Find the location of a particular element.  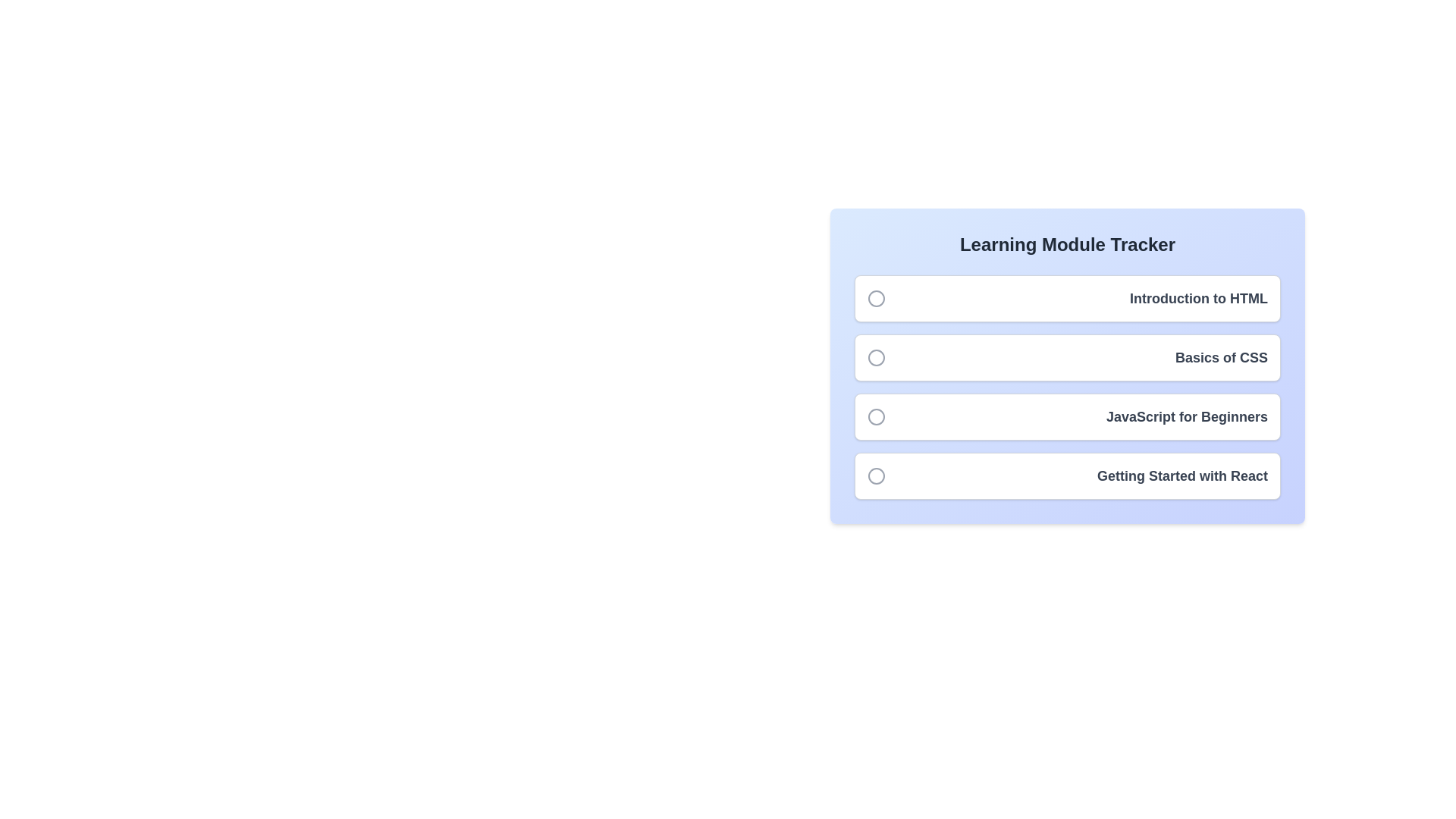

the circular radio button with a gray border located to the left of the text 'JavaScript for Beginners' in the third item of the Learning Module Tracker list is located at coordinates (877, 417).